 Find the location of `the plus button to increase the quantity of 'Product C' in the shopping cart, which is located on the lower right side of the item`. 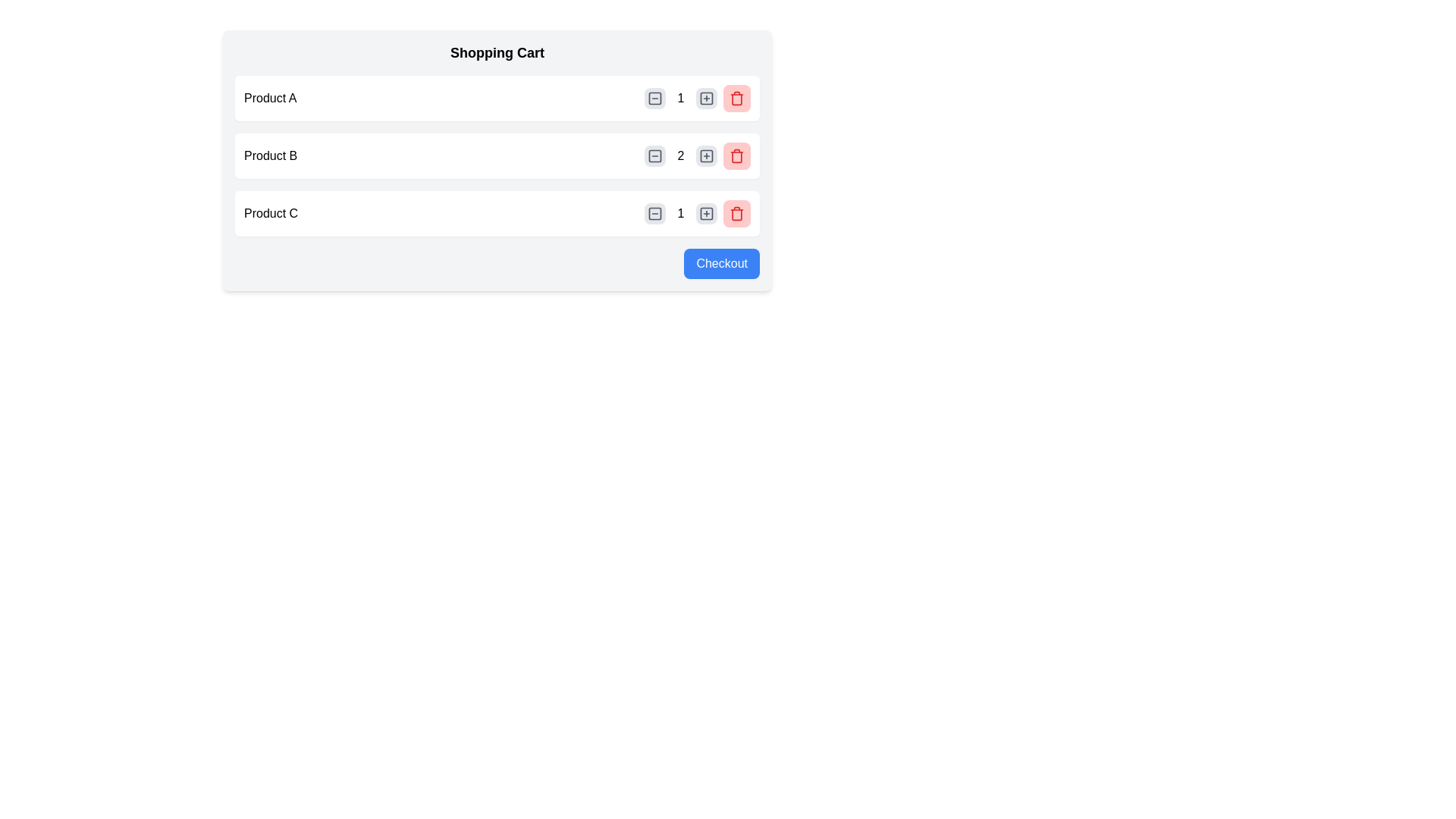

the plus button to increase the quantity of 'Product C' in the shopping cart, which is located on the lower right side of the item is located at coordinates (697, 213).